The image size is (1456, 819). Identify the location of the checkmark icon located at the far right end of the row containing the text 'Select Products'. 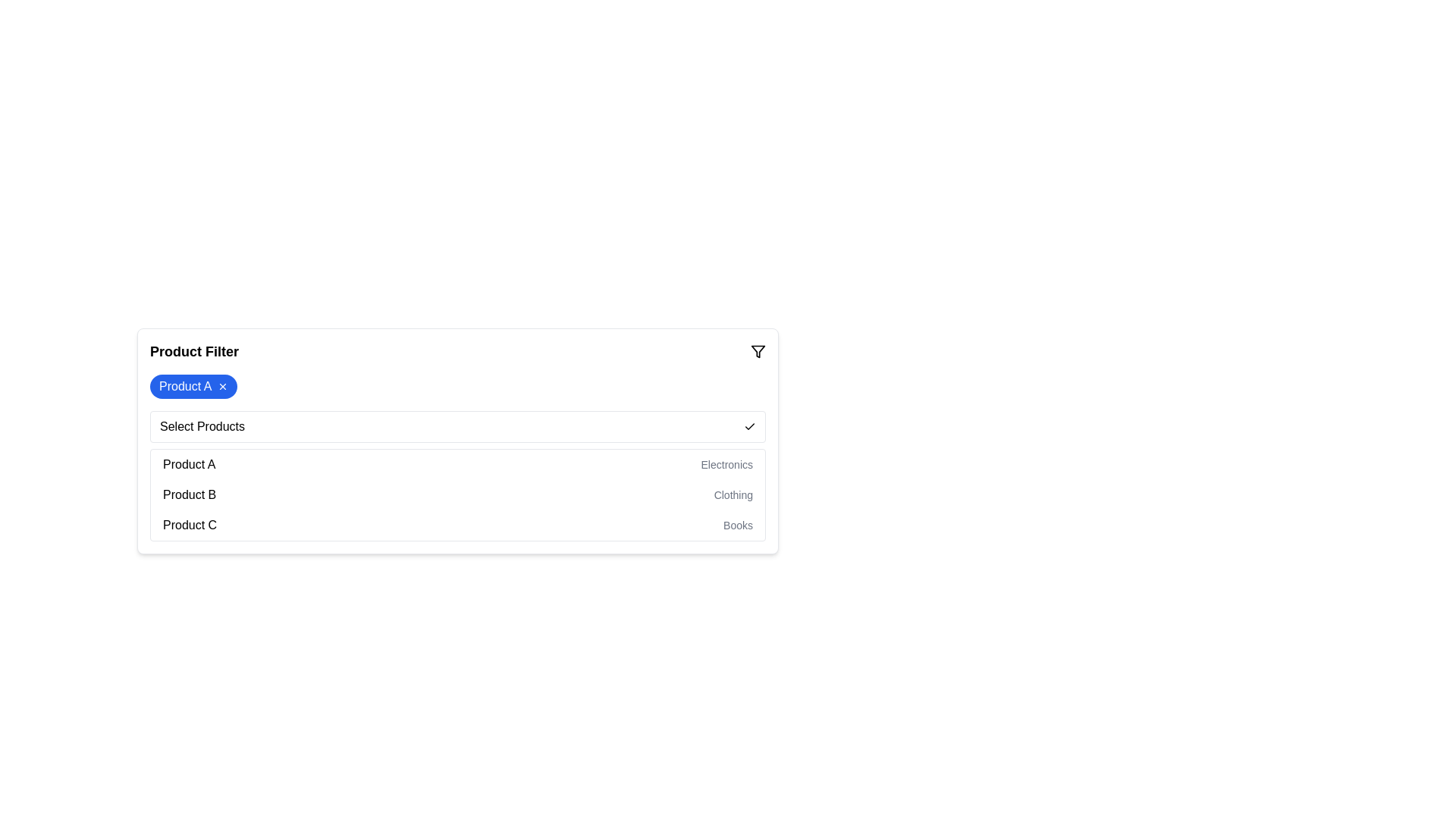
(749, 427).